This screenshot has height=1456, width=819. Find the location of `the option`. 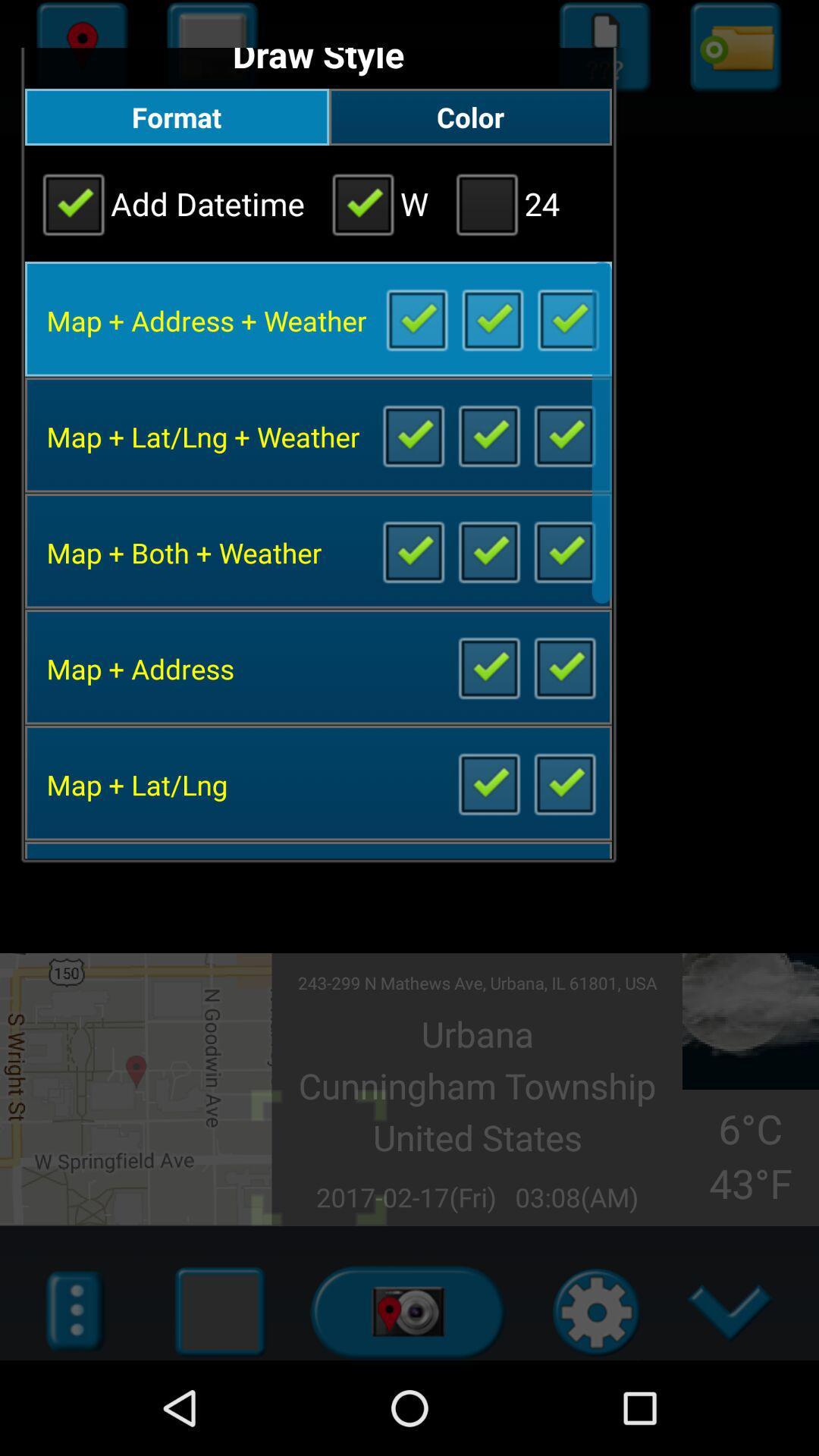

the option is located at coordinates (564, 550).